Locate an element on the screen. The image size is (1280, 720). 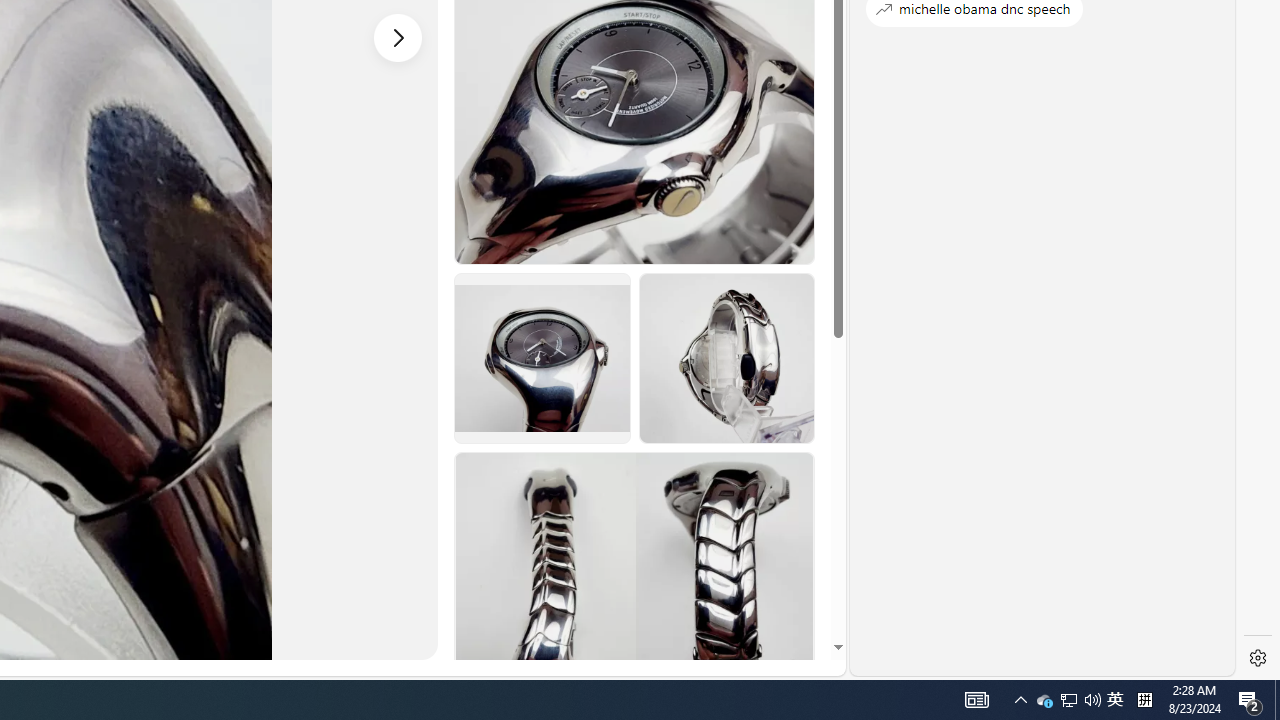
'Next image - Item images thumbnails' is located at coordinates (398, 37).